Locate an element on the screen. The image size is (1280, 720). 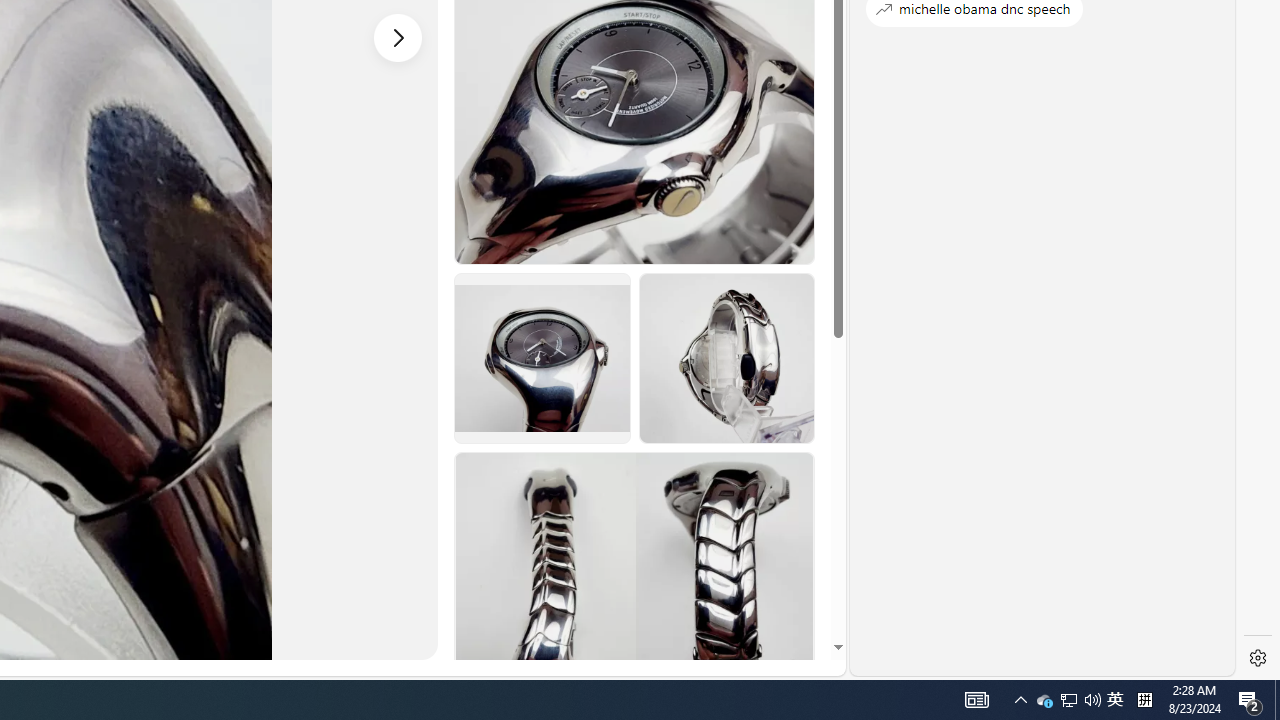
'Next image - Item images thumbnails' is located at coordinates (398, 37).